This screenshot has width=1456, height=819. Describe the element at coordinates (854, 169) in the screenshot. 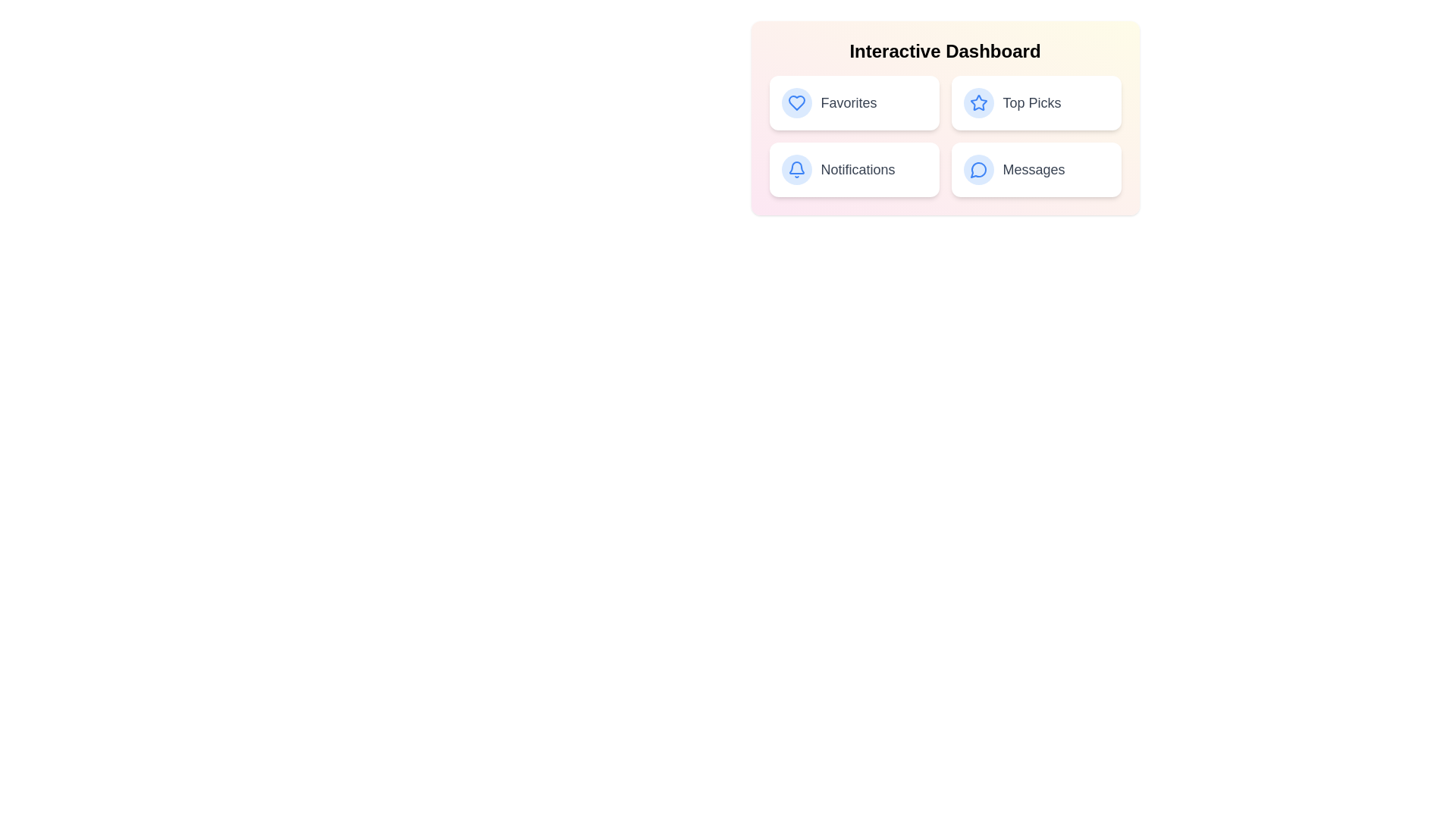

I see `the 'Notifications' button to view notifications` at that location.